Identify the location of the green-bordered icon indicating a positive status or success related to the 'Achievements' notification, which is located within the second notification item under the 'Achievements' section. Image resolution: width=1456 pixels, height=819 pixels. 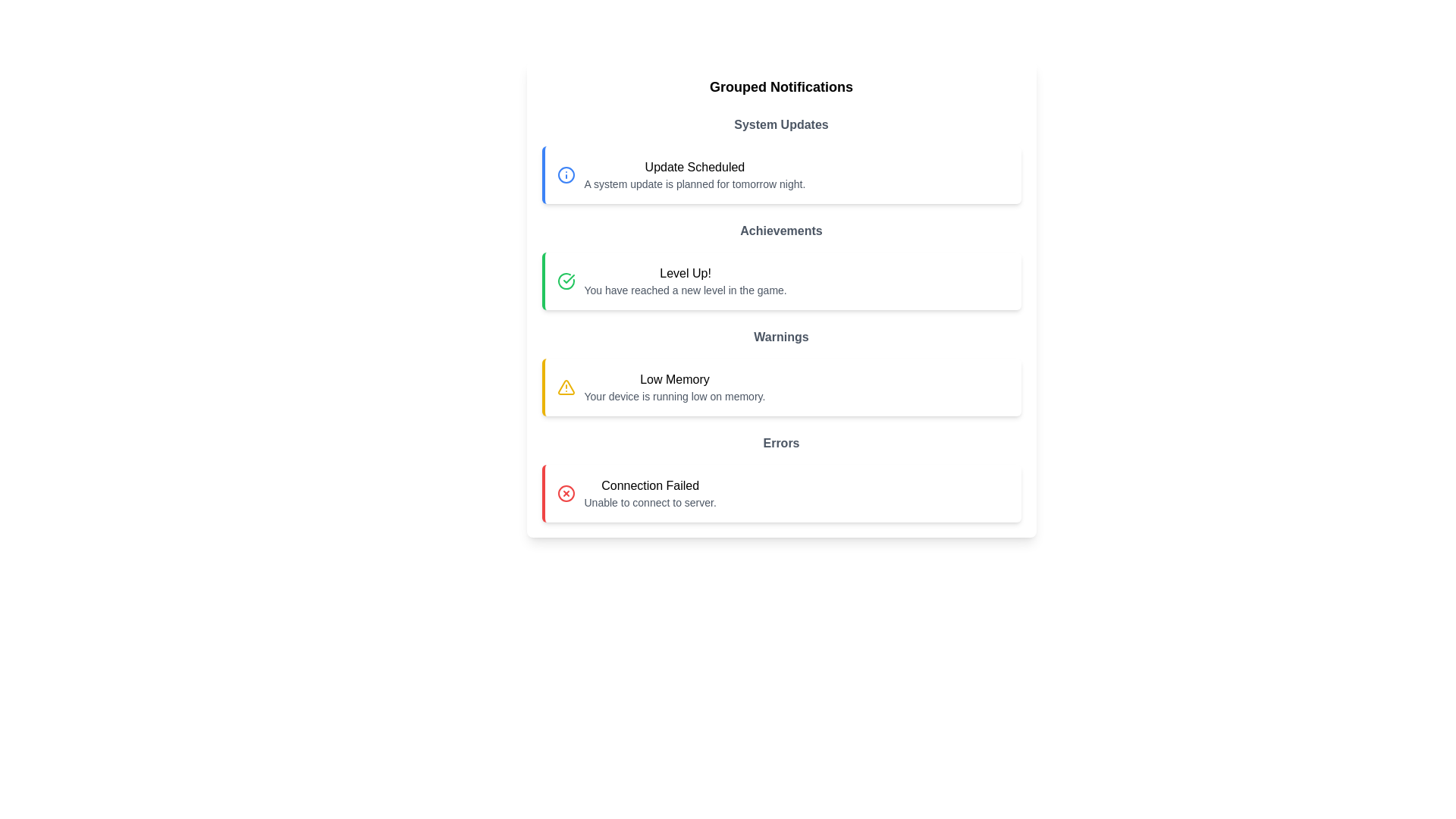
(567, 278).